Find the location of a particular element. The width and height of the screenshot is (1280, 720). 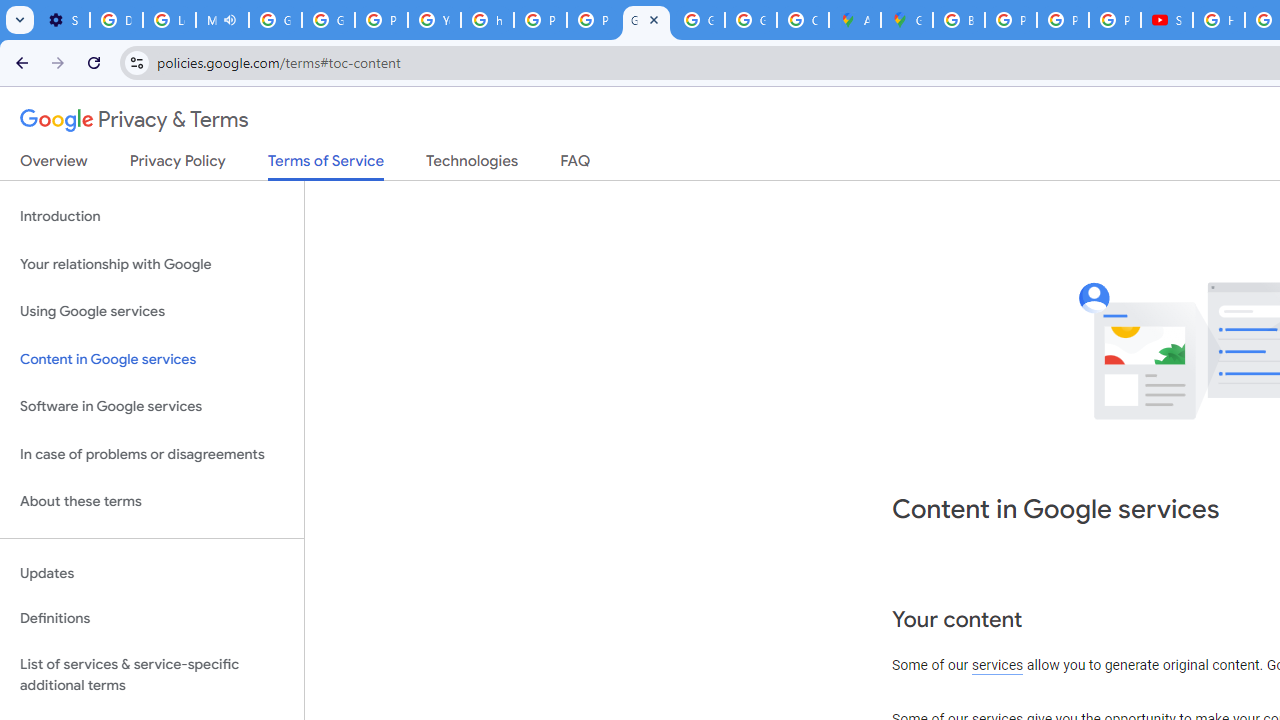

'Your relationship with Google' is located at coordinates (151, 263).